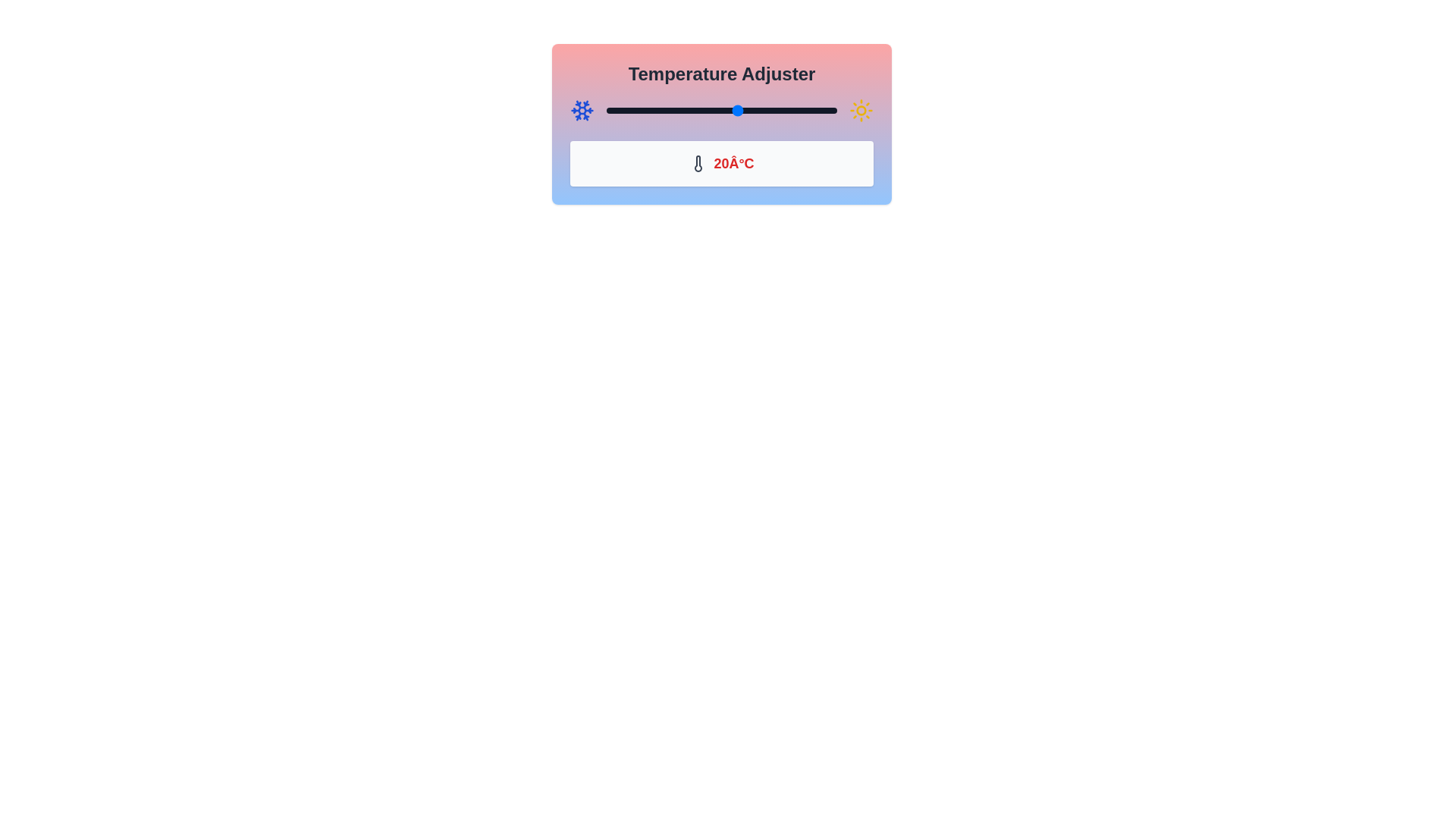 The width and height of the screenshot is (1456, 819). Describe the element at coordinates (861, 110) in the screenshot. I see `the sun icon to adjust the temperature settings` at that location.